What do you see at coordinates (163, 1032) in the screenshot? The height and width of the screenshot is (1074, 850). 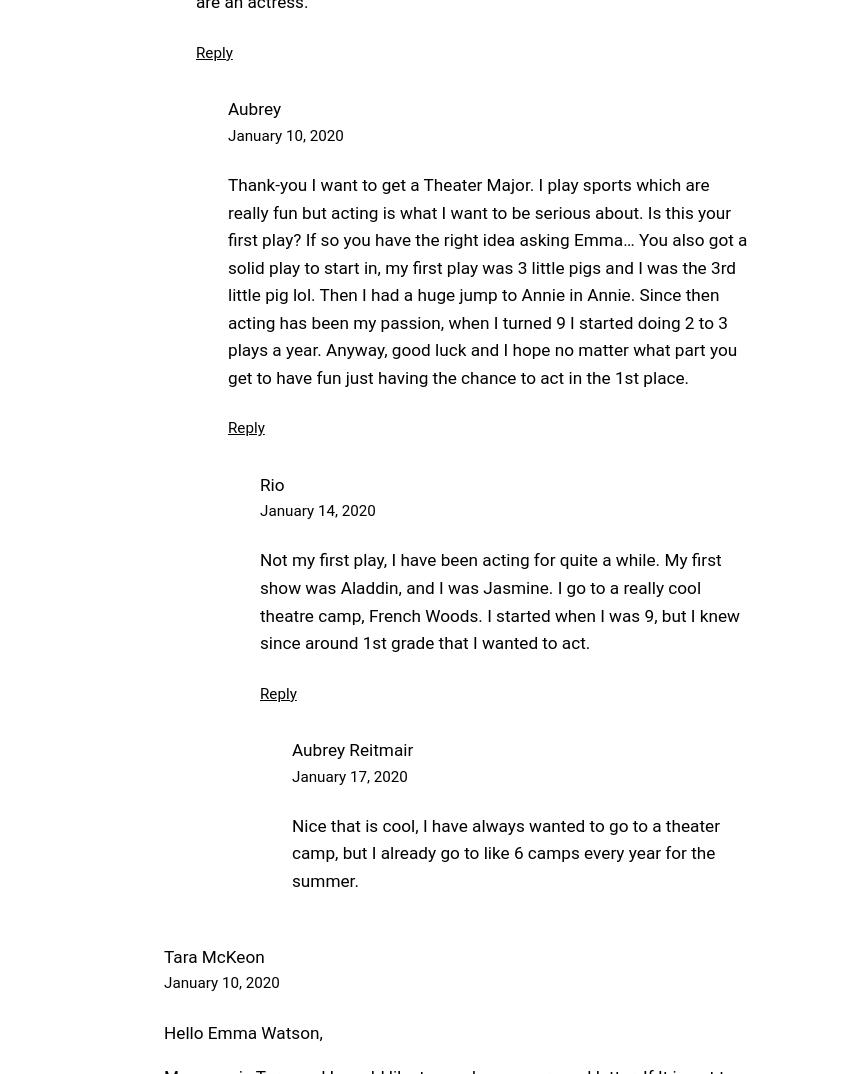 I see `'Hello Emma Watson,'` at bounding box center [163, 1032].